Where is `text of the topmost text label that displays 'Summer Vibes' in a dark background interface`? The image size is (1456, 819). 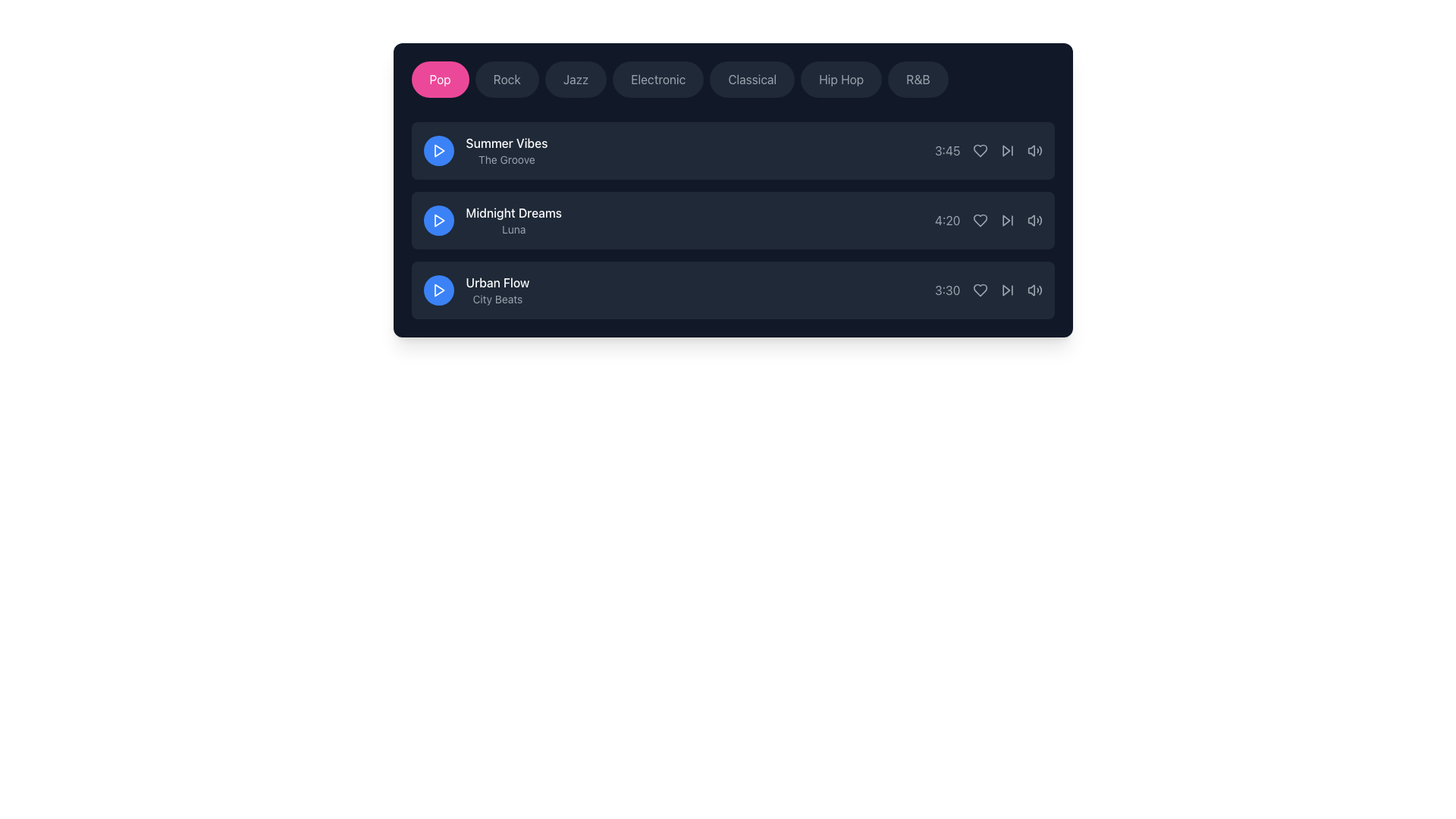 text of the topmost text label that displays 'Summer Vibes' in a dark background interface is located at coordinates (507, 143).